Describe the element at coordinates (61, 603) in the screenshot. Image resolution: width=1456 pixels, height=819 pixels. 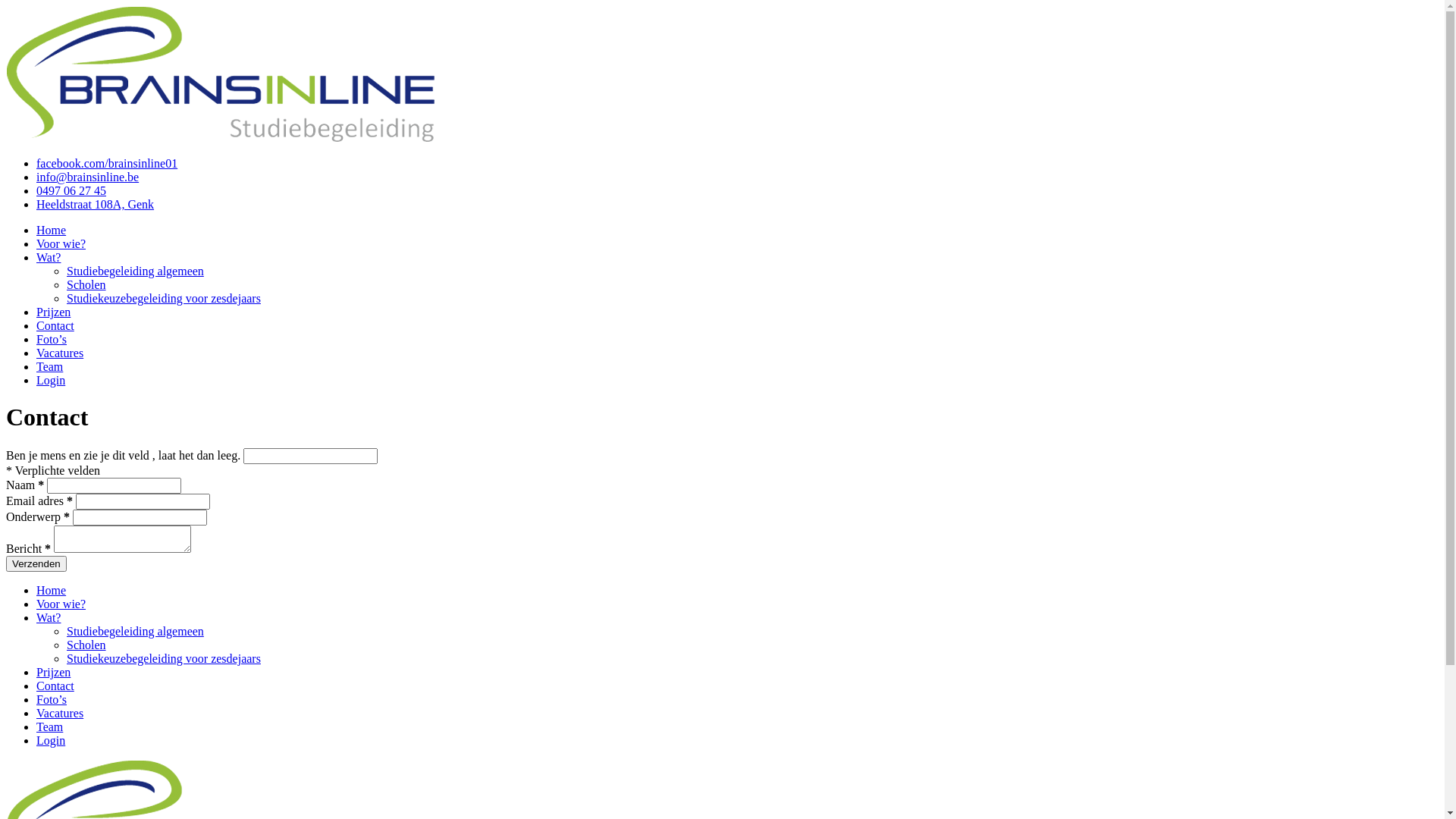
I see `'Voor wie?'` at that location.